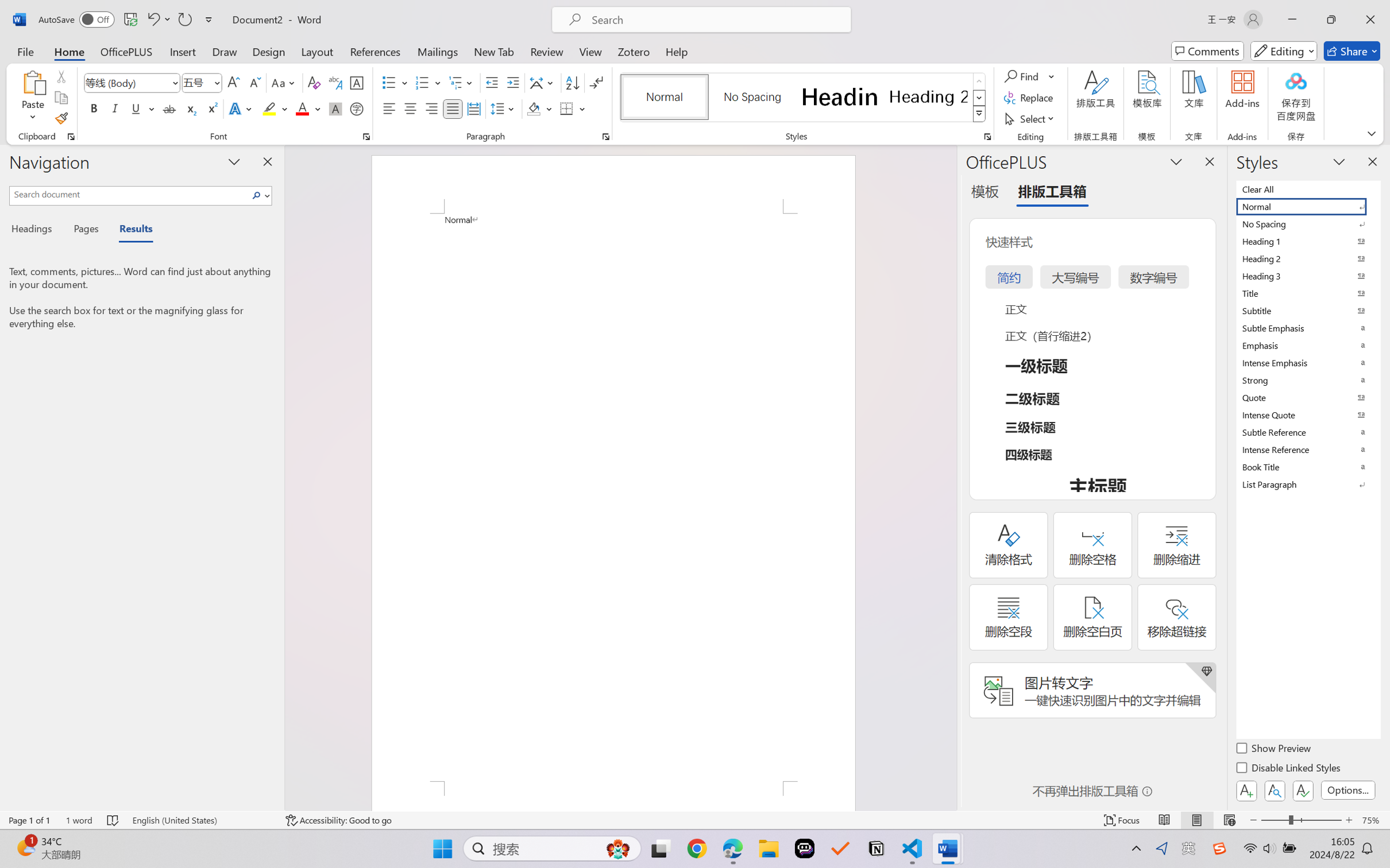 The image size is (1390, 868). I want to click on 'Clear All', so click(1307, 188).